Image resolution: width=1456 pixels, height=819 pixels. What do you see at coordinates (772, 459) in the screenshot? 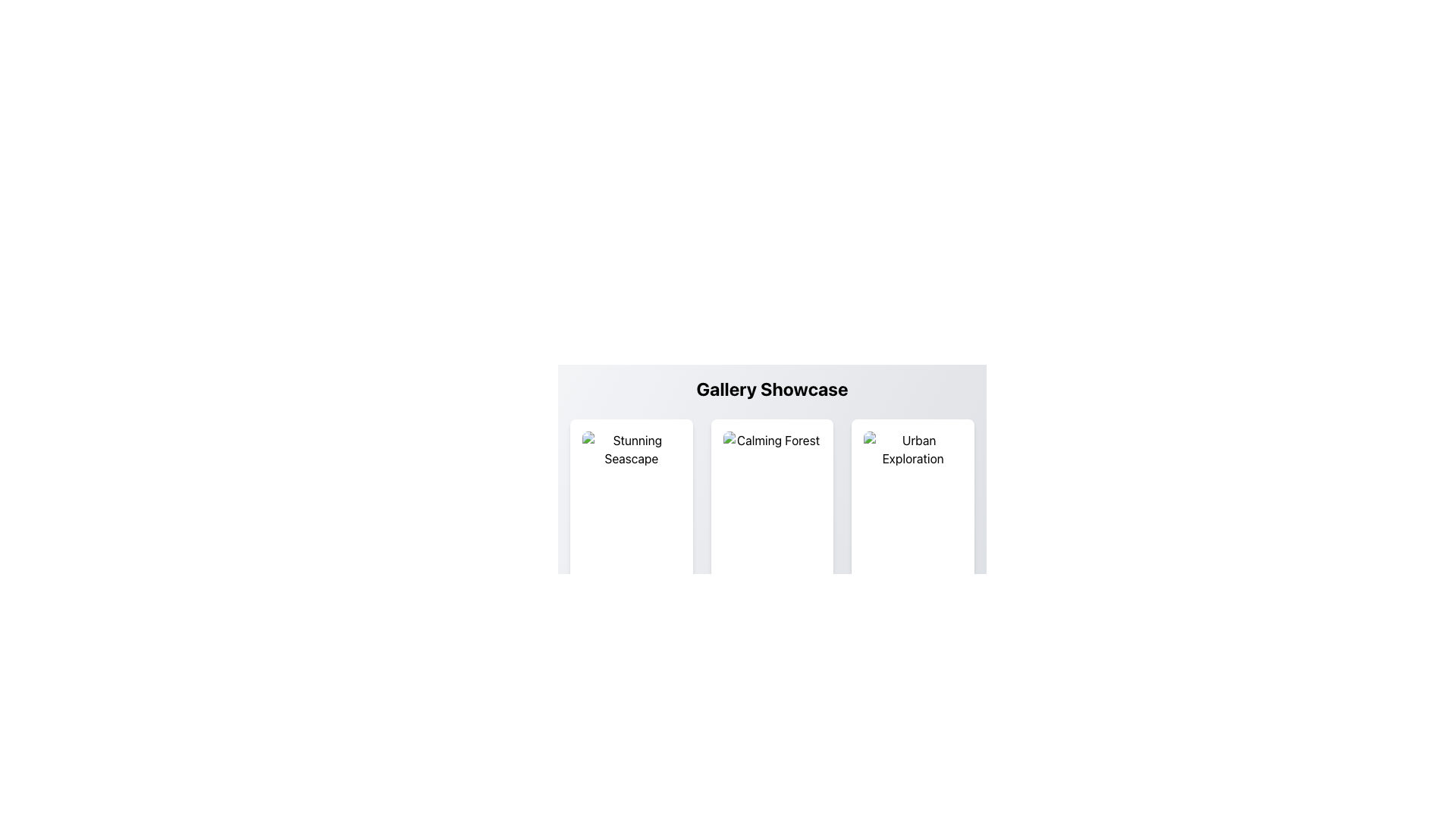
I see `the card titled 'Calming Forest', which contains an image placeholder above the title and a description below it, located in the Gallery Showcase` at bounding box center [772, 459].